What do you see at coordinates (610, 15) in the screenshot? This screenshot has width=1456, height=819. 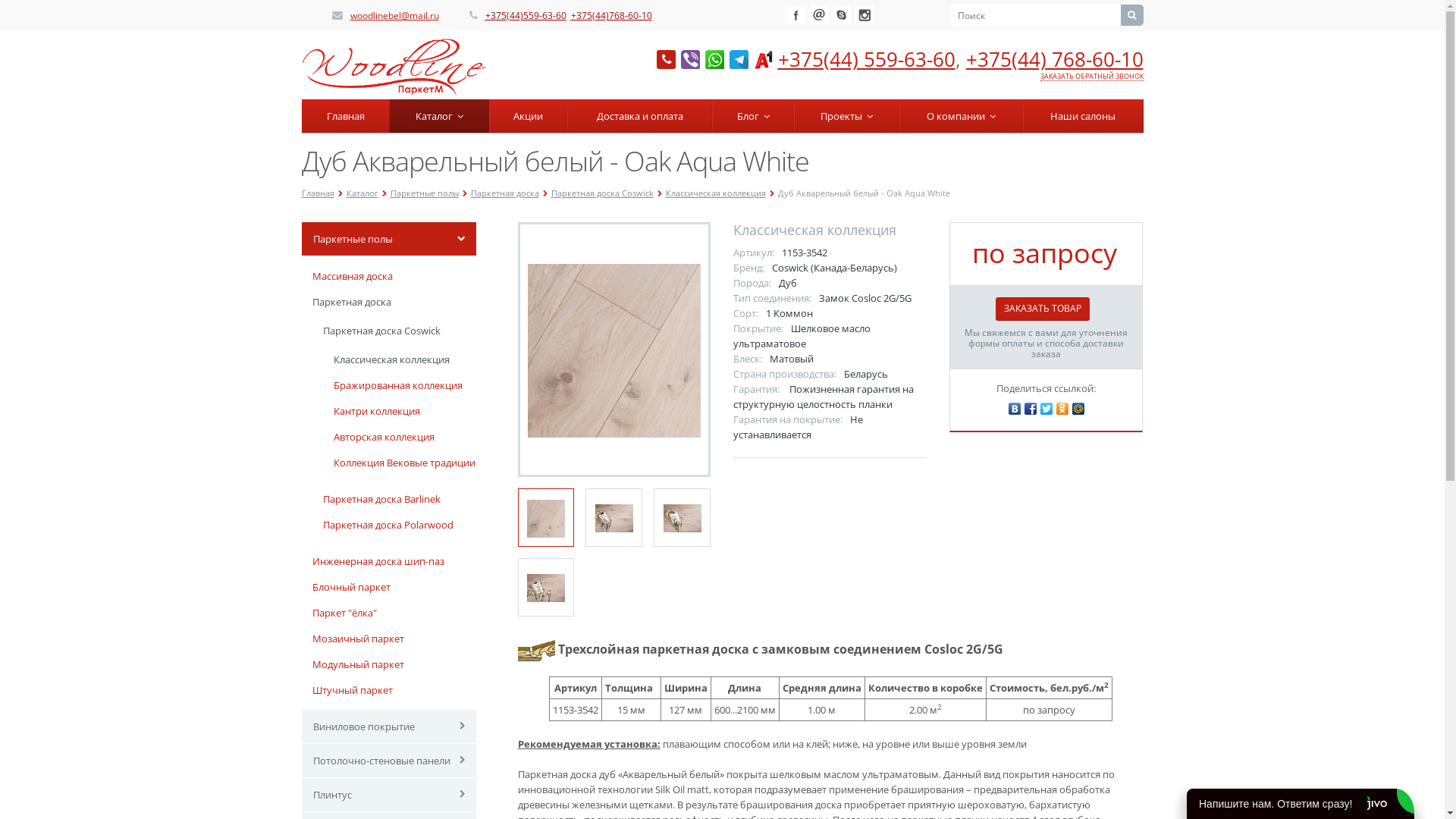 I see `'+375(44)768-60-10'` at bounding box center [610, 15].